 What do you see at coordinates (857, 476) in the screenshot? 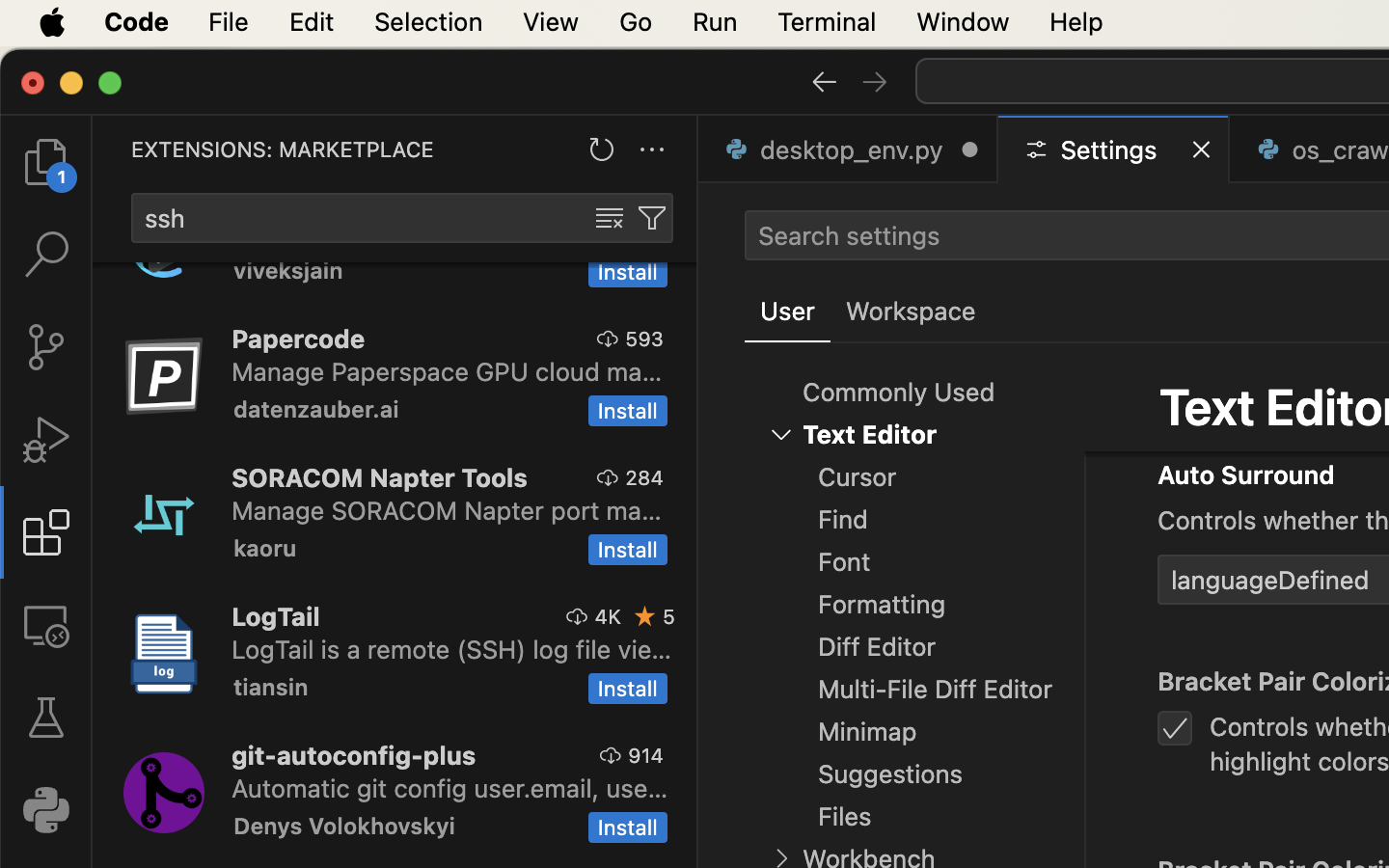
I see `'Cursor'` at bounding box center [857, 476].